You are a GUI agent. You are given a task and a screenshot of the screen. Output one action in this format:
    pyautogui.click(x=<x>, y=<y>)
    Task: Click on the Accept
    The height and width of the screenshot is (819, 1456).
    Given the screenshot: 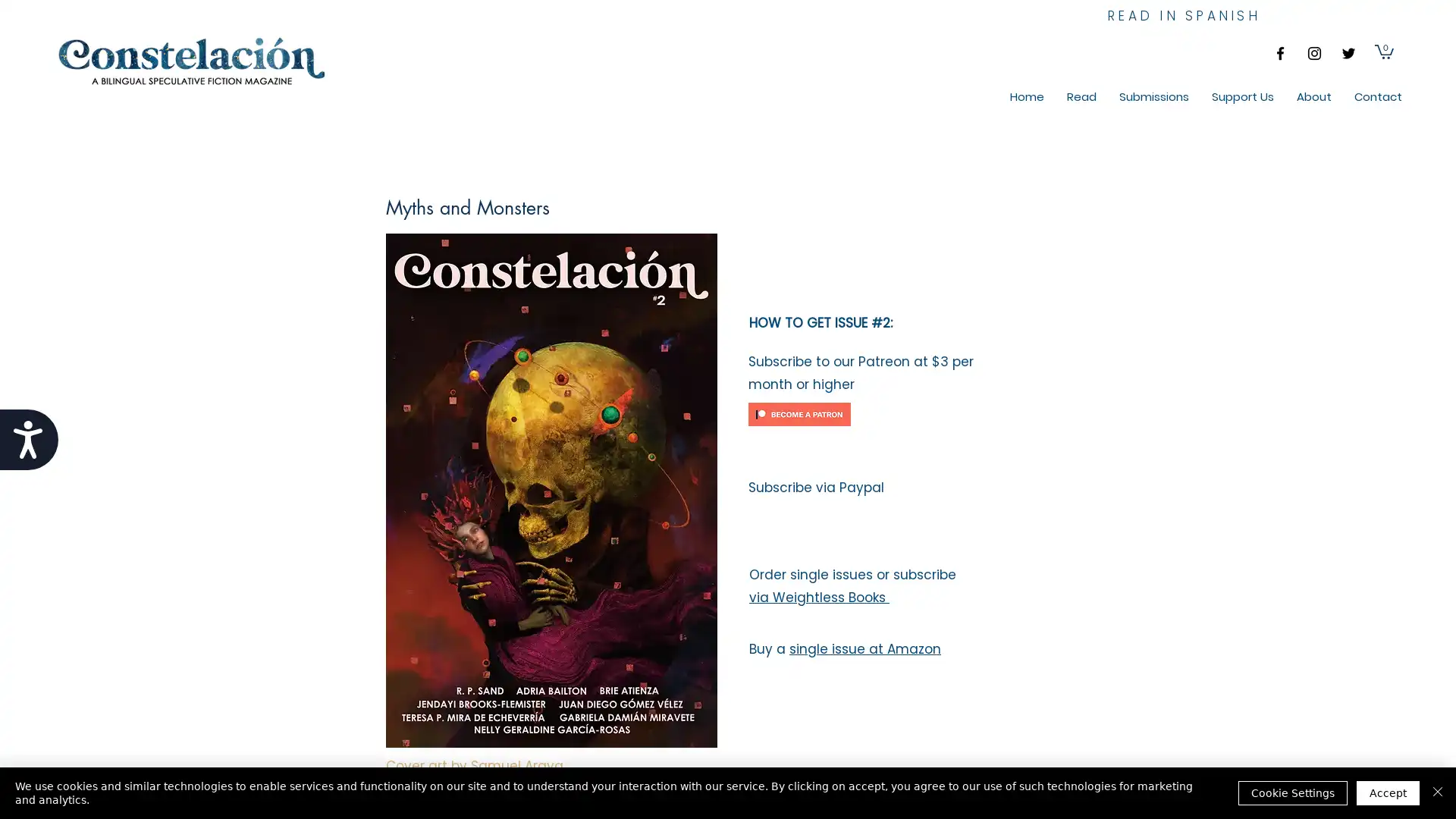 What is the action you would take?
    pyautogui.click(x=1388, y=792)
    